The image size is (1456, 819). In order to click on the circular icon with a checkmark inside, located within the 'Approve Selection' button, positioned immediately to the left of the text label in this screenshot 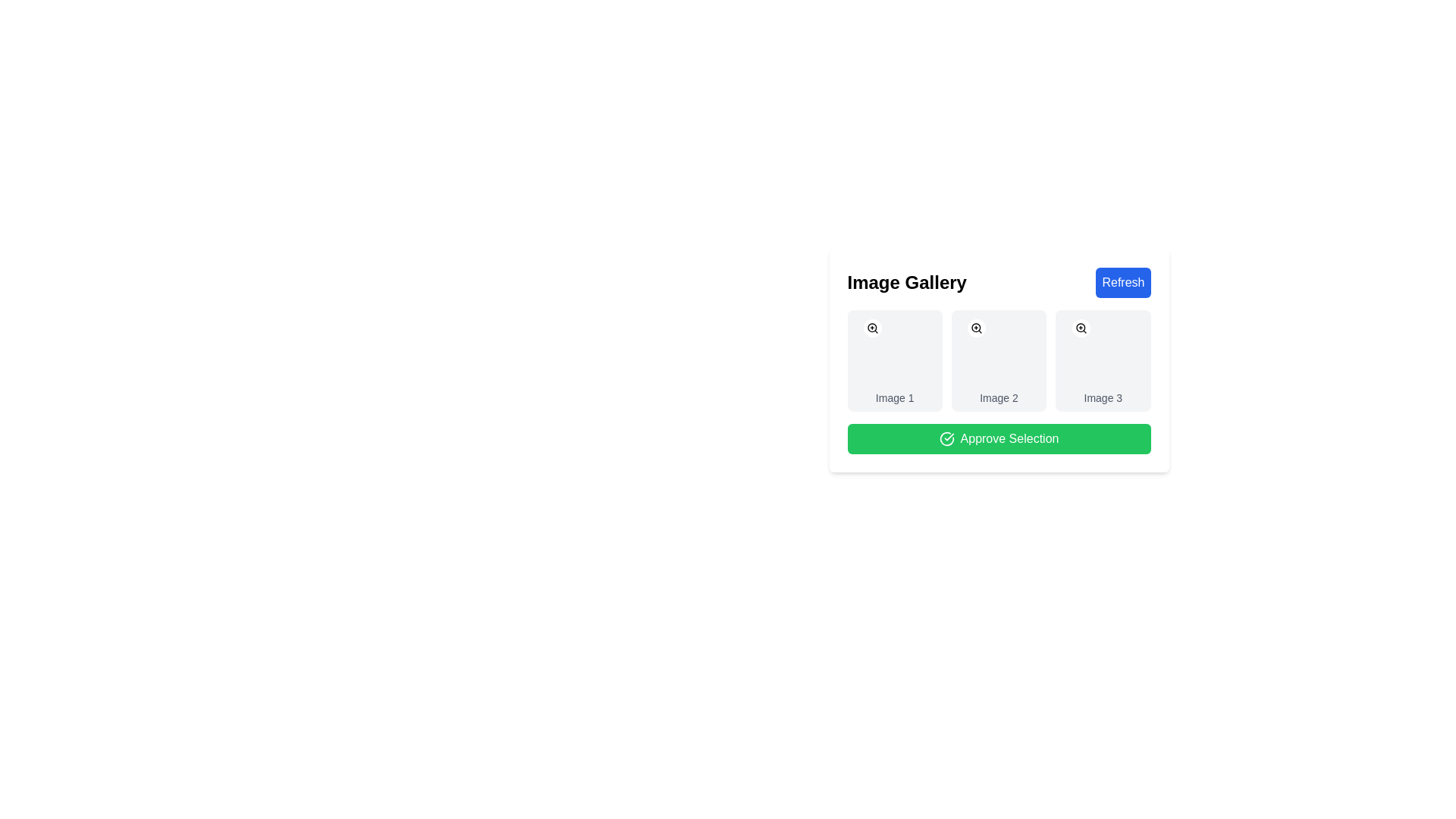, I will do `click(946, 438)`.